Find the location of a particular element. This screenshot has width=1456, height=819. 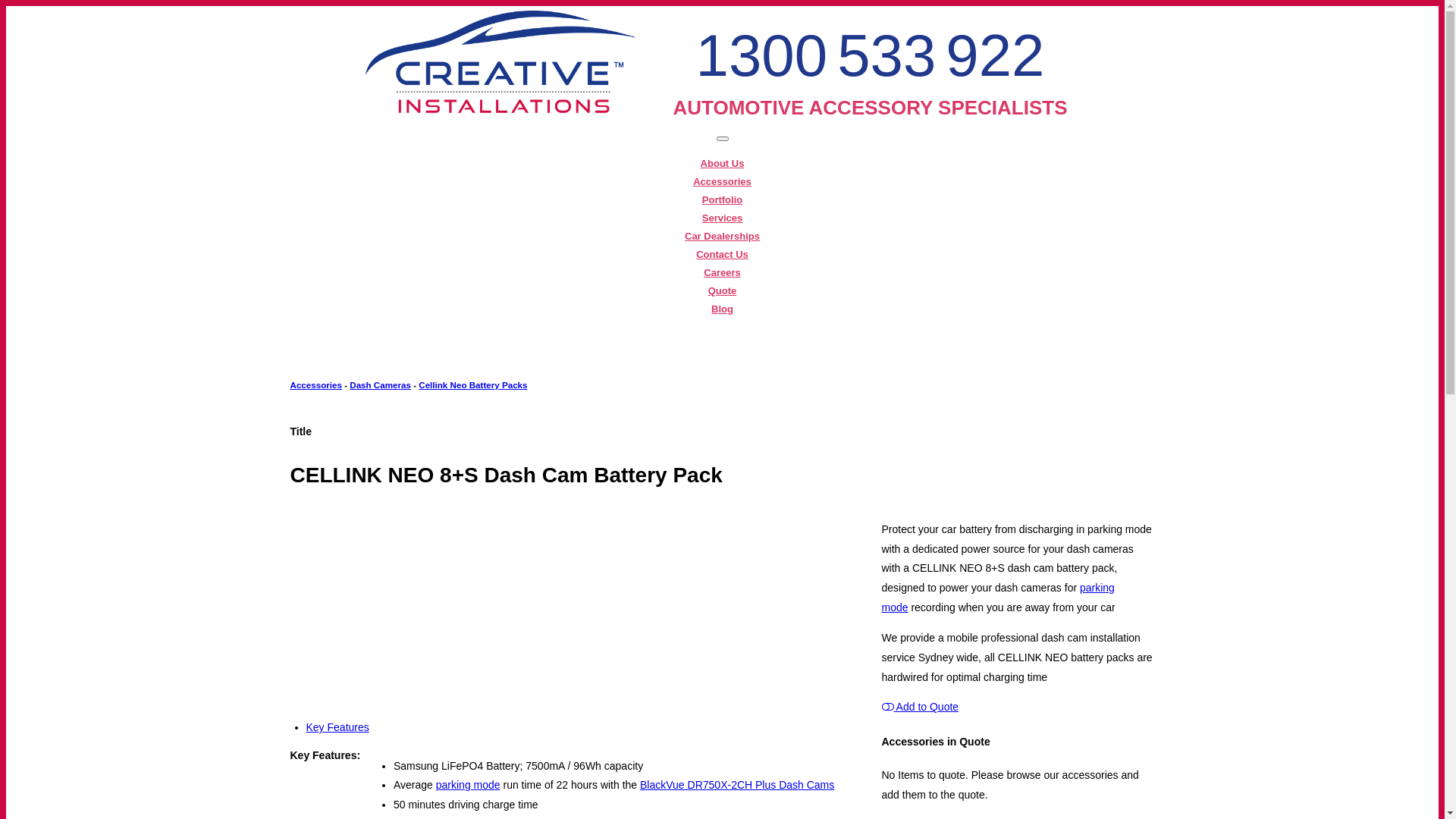

'About Us' is located at coordinates (691, 163).